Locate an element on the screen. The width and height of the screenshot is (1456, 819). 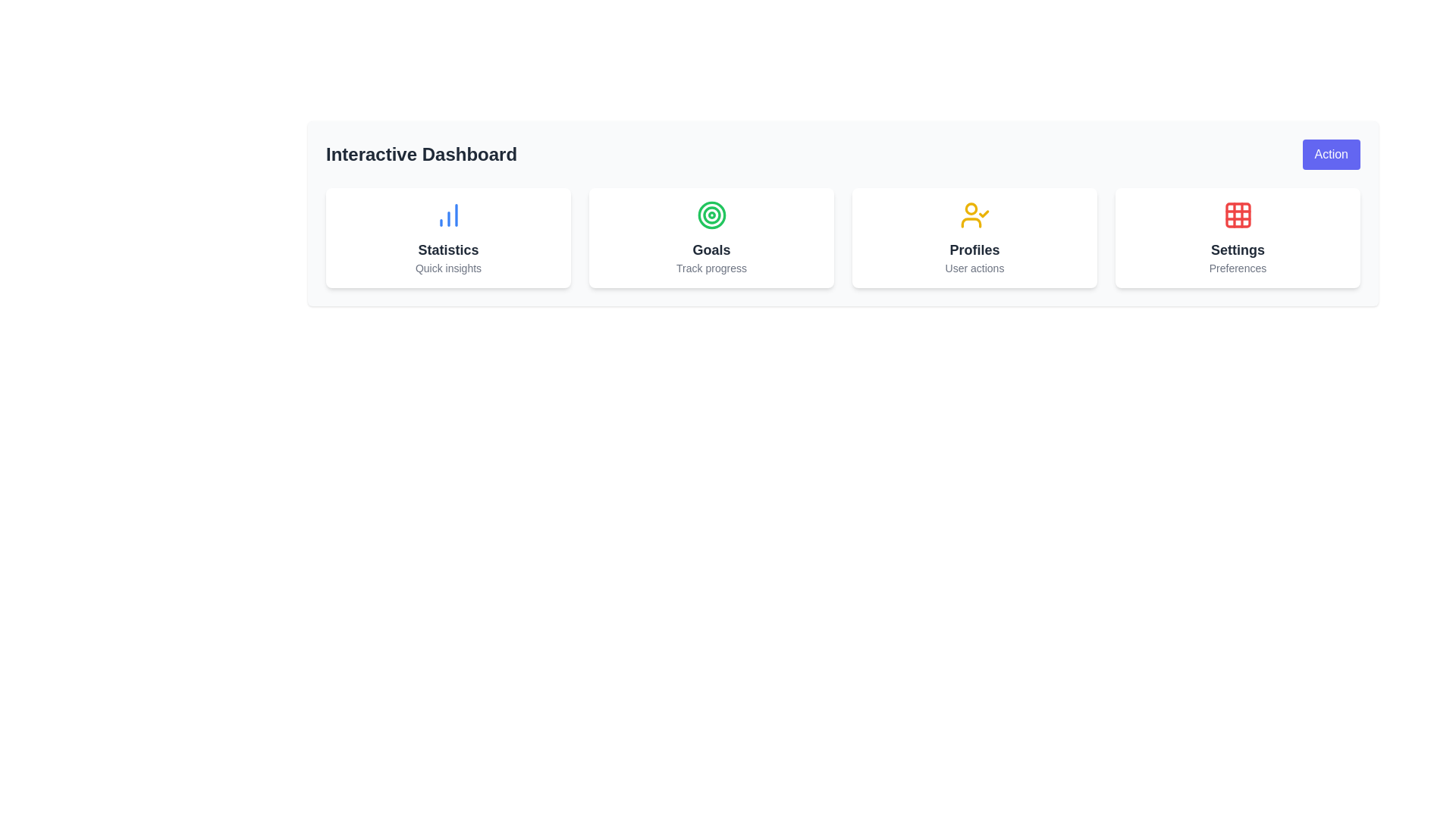
the decorative icon located at the top center of the 'Statistics' card, which serves to visually represent the card's purpose is located at coordinates (447, 215).